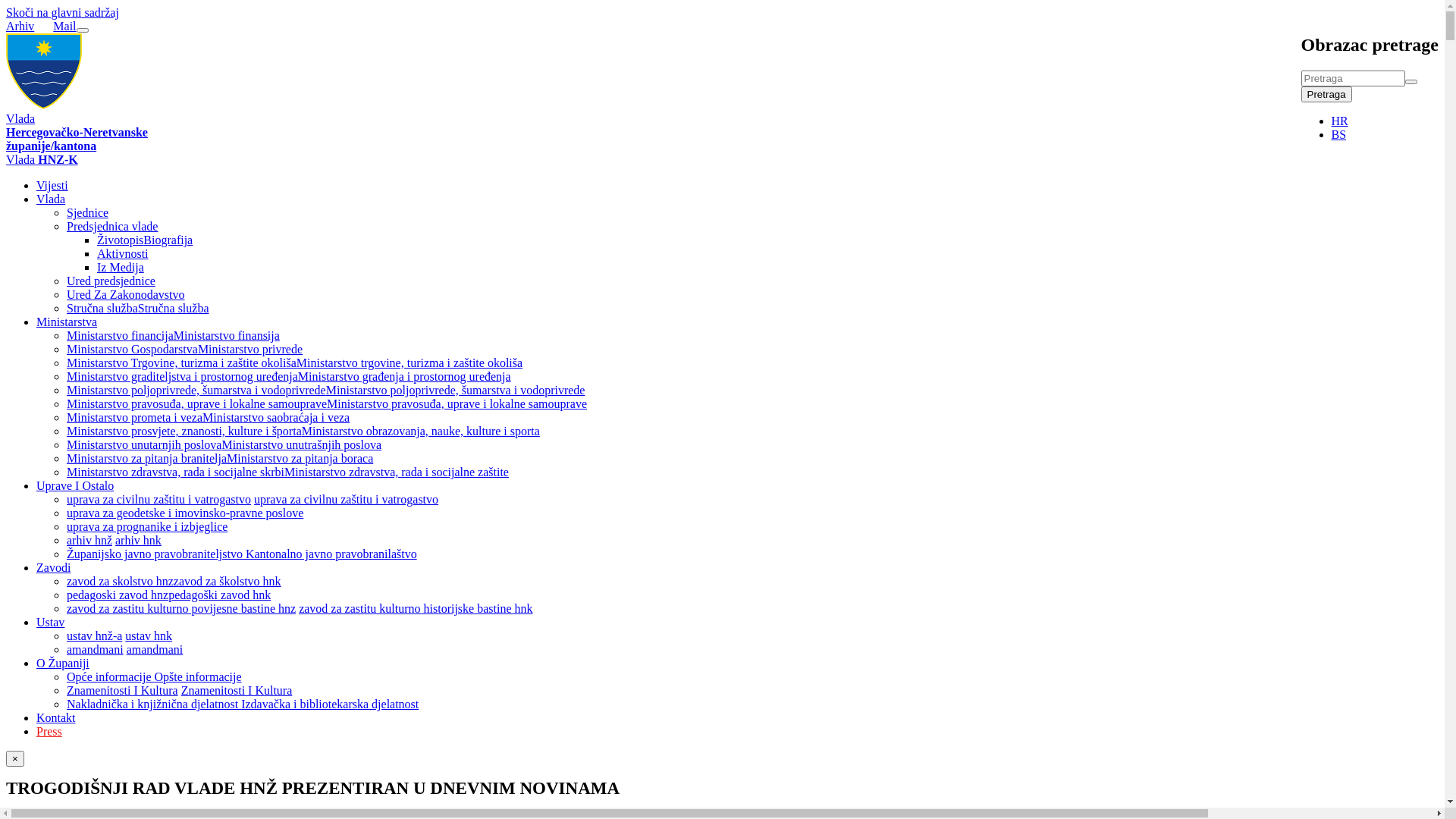 The width and height of the screenshot is (1456, 819). I want to click on 'Press', so click(49, 730).